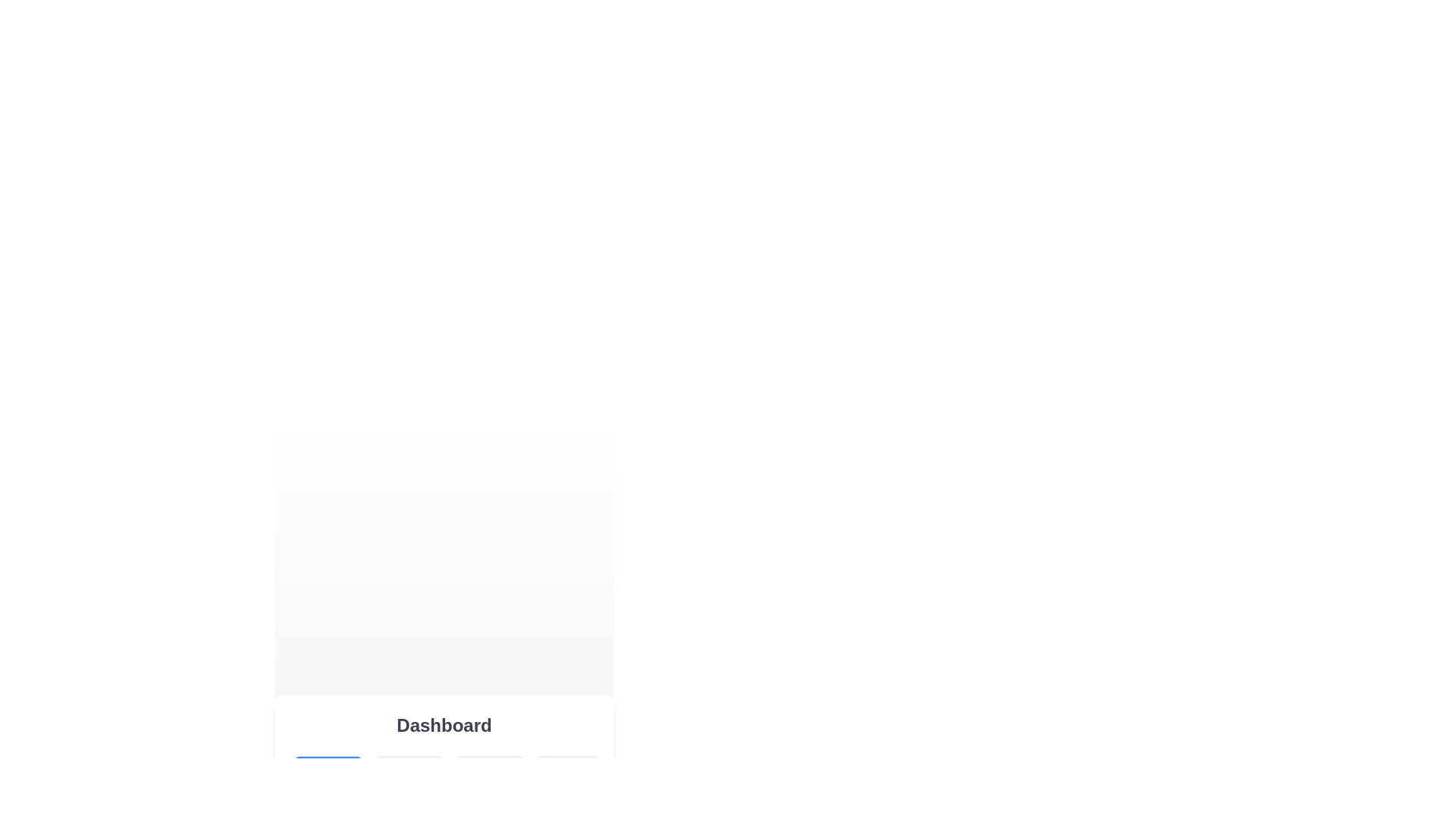  What do you see at coordinates (327, 788) in the screenshot?
I see `the Overview button to display its content` at bounding box center [327, 788].